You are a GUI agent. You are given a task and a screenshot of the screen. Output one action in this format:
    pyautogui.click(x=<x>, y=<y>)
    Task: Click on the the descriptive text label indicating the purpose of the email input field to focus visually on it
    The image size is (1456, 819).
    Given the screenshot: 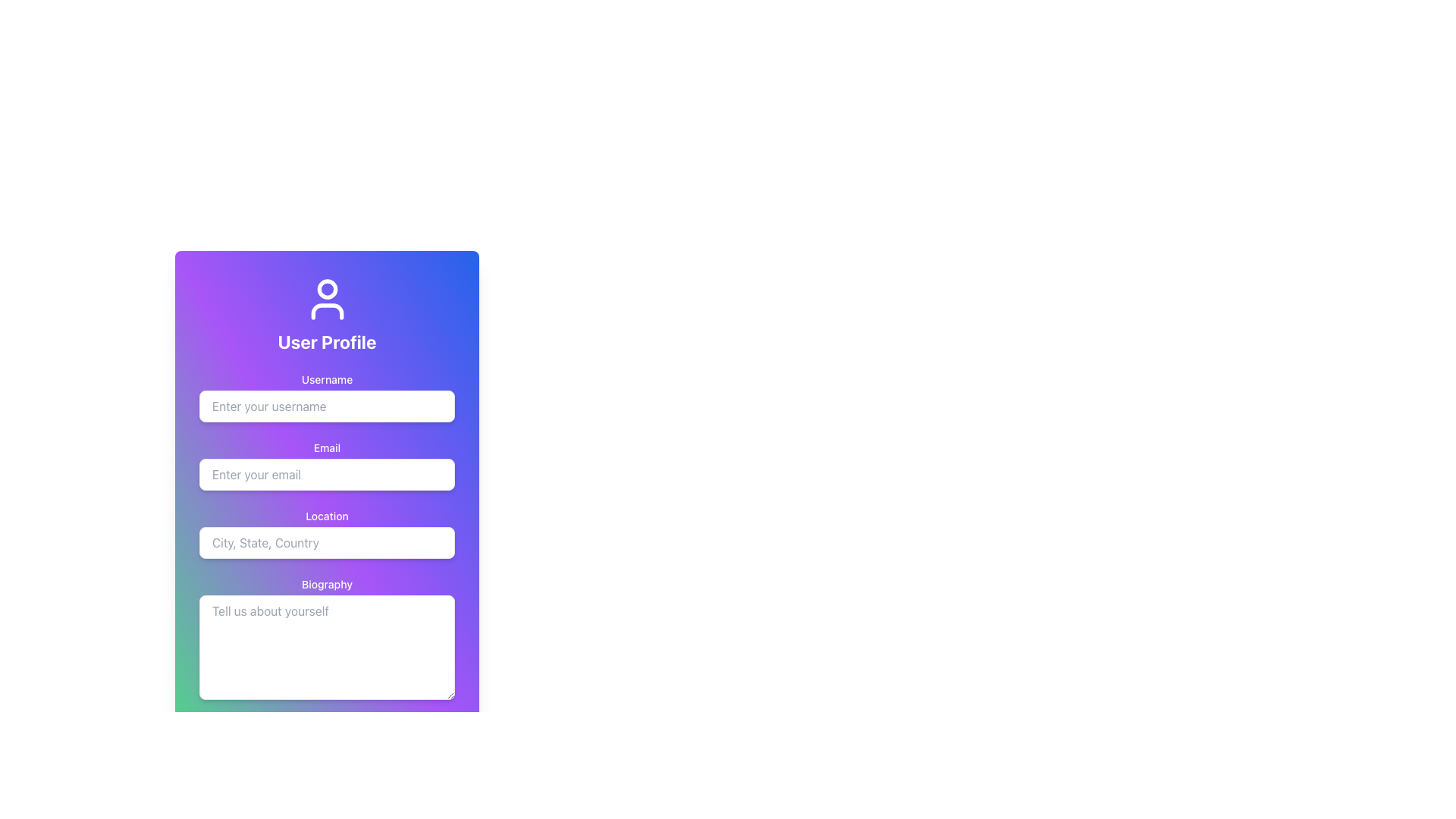 What is the action you would take?
    pyautogui.click(x=326, y=447)
    